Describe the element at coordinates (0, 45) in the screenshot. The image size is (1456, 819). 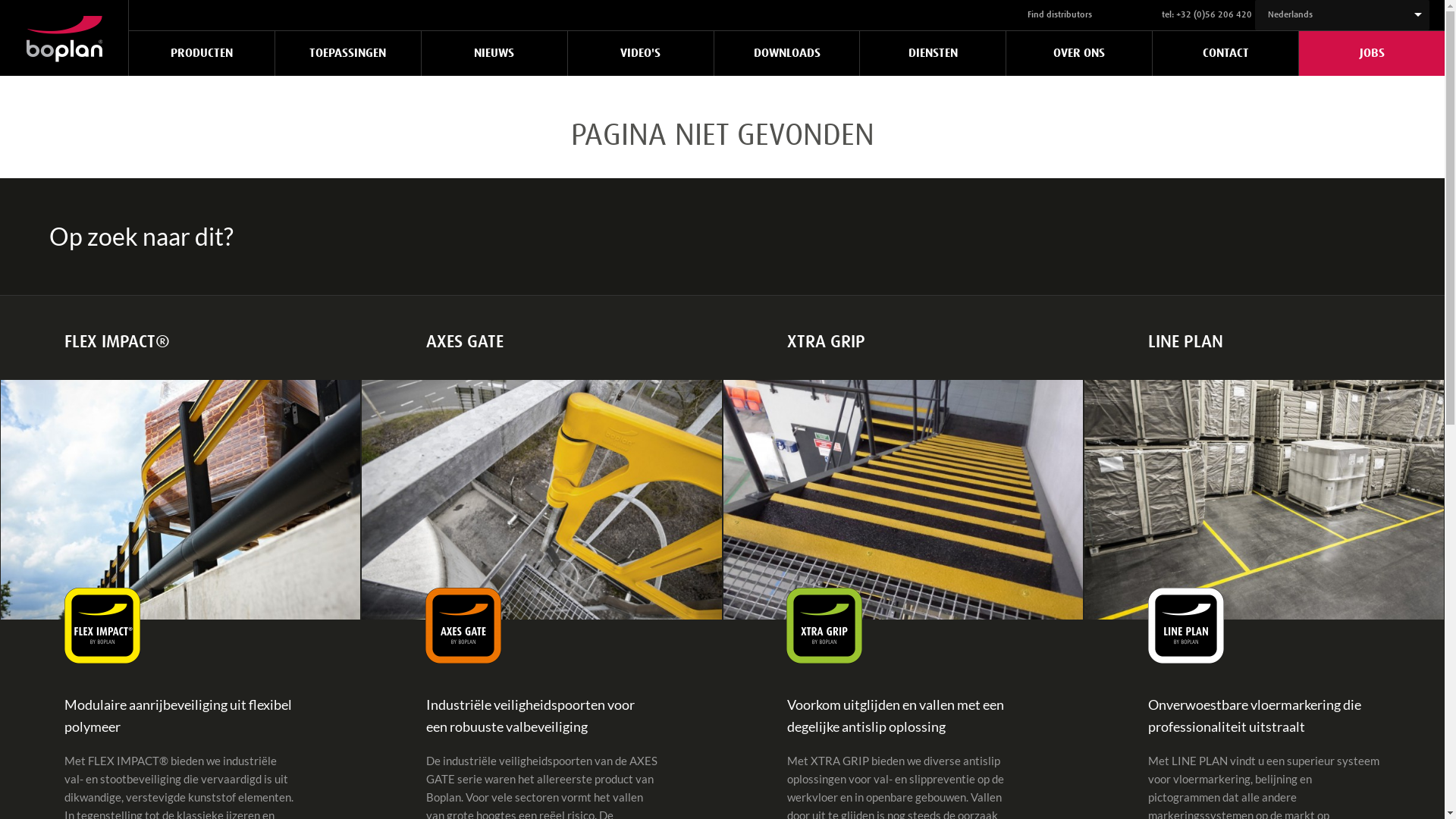
I see `'Home'` at that location.